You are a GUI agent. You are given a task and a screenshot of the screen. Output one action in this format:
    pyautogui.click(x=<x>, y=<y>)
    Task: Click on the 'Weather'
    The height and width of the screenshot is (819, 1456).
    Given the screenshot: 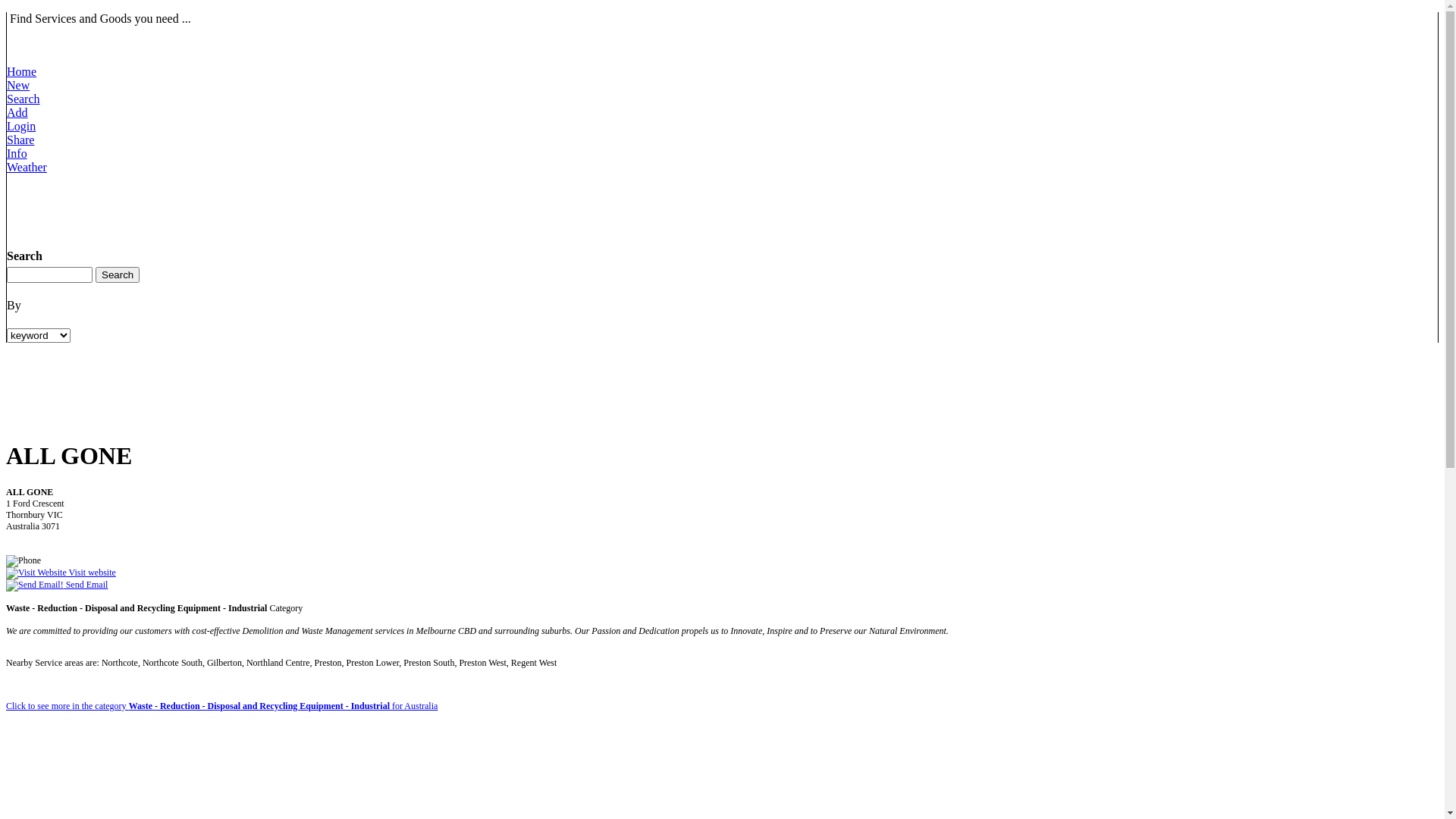 What is the action you would take?
    pyautogui.click(x=27, y=173)
    